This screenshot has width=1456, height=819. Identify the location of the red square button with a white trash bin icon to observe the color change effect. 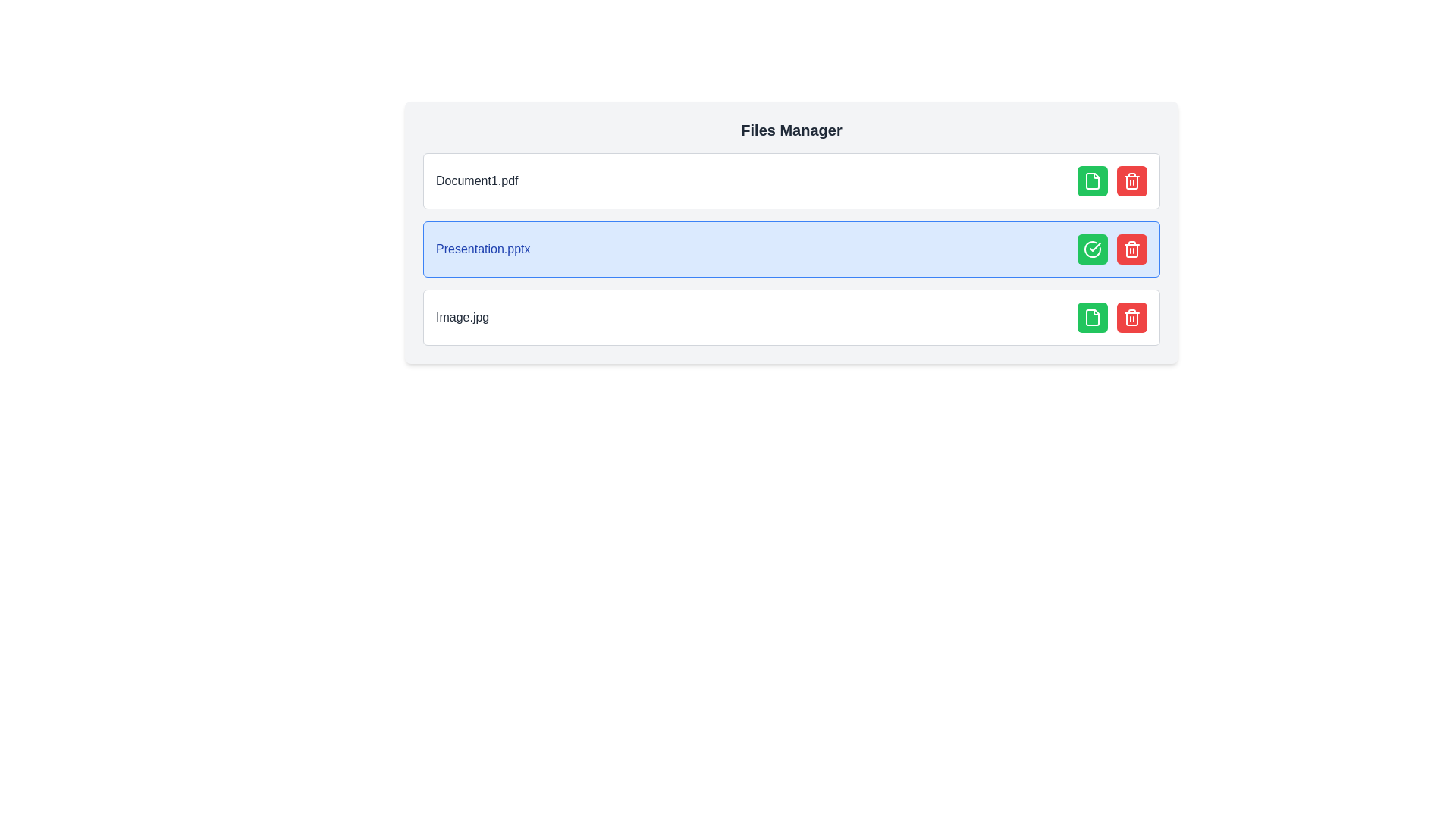
(1131, 248).